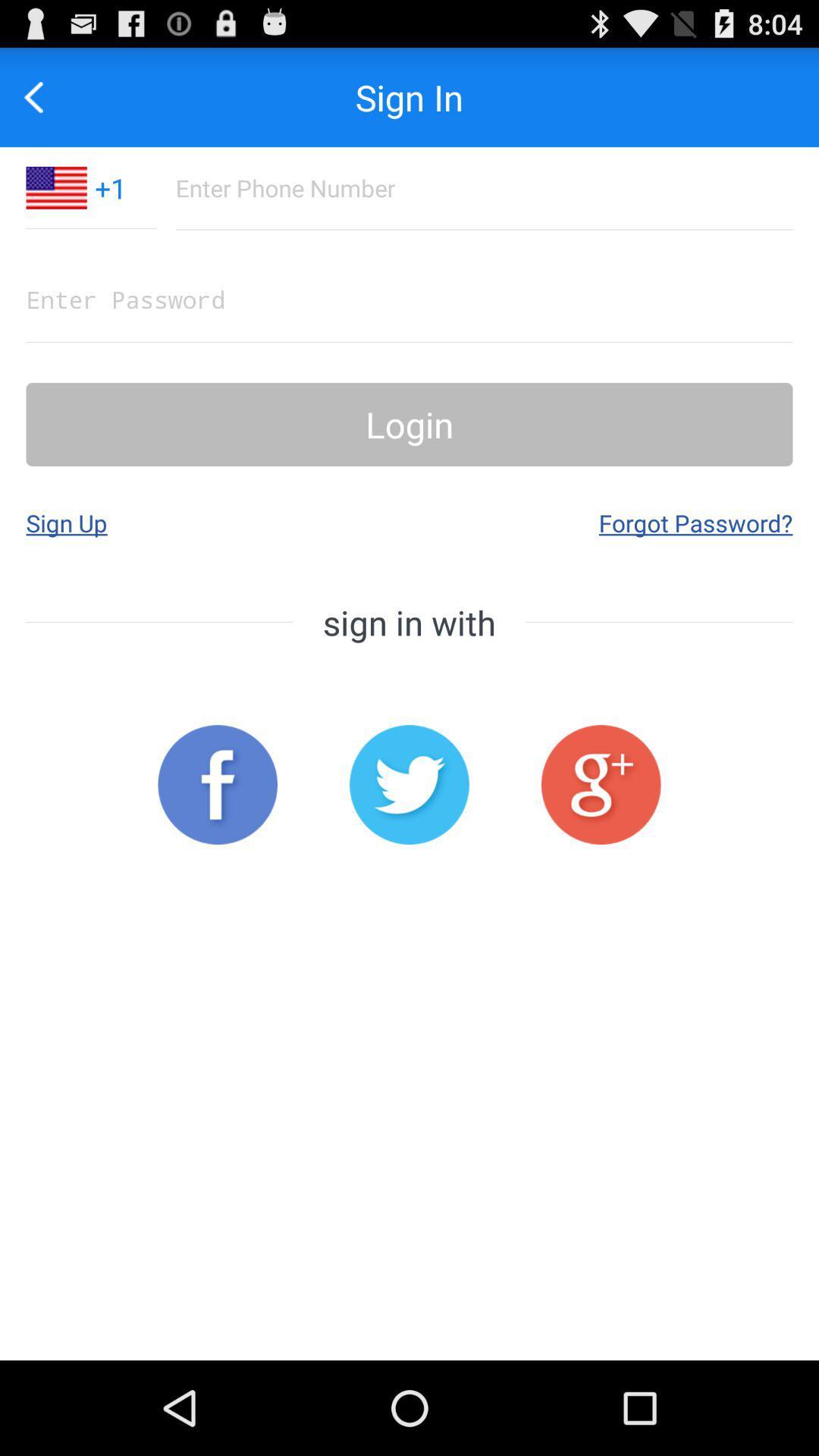 Image resolution: width=819 pixels, height=1456 pixels. What do you see at coordinates (409, 785) in the screenshot?
I see `twitter` at bounding box center [409, 785].